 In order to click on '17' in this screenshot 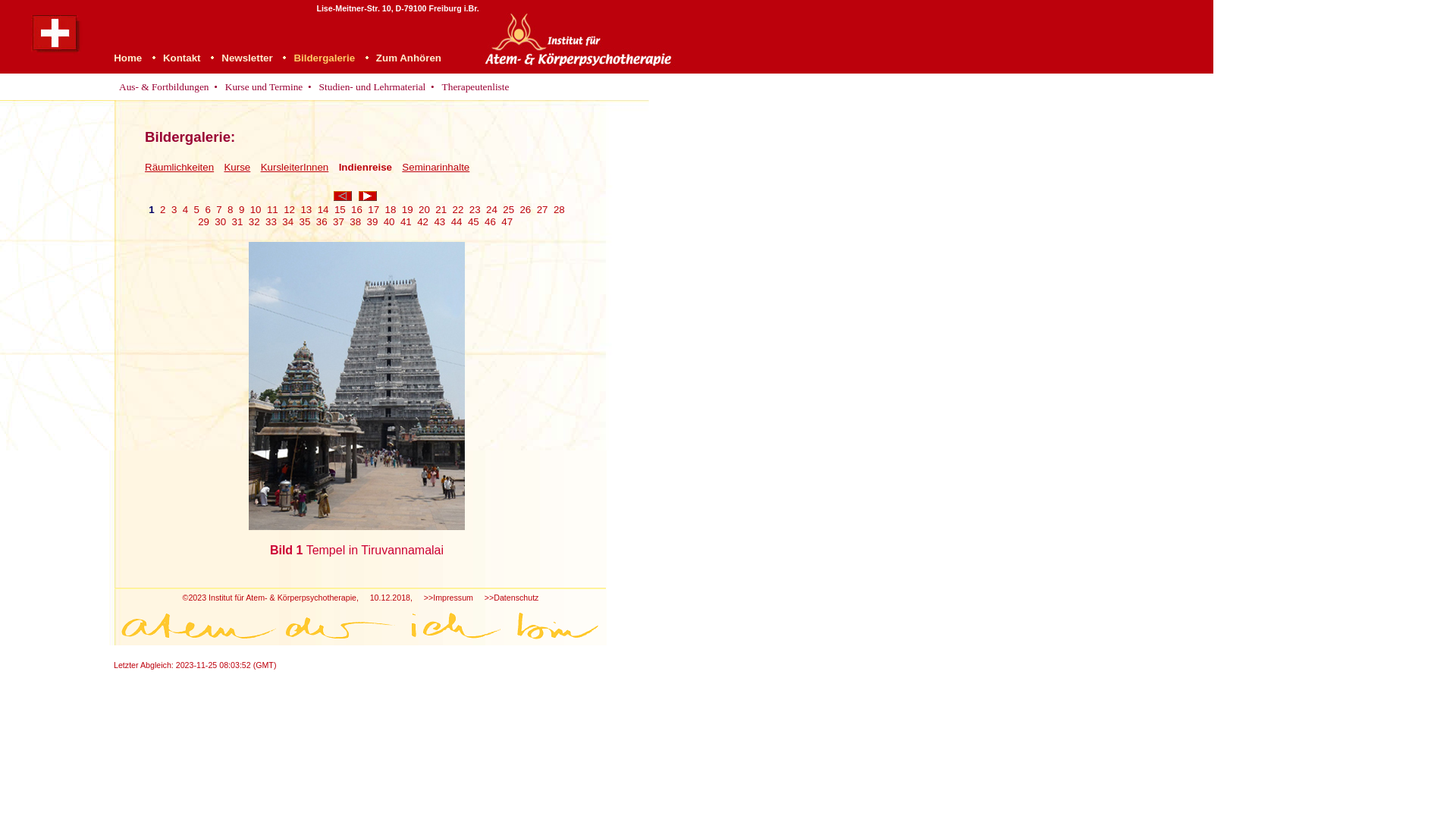, I will do `click(367, 209)`.